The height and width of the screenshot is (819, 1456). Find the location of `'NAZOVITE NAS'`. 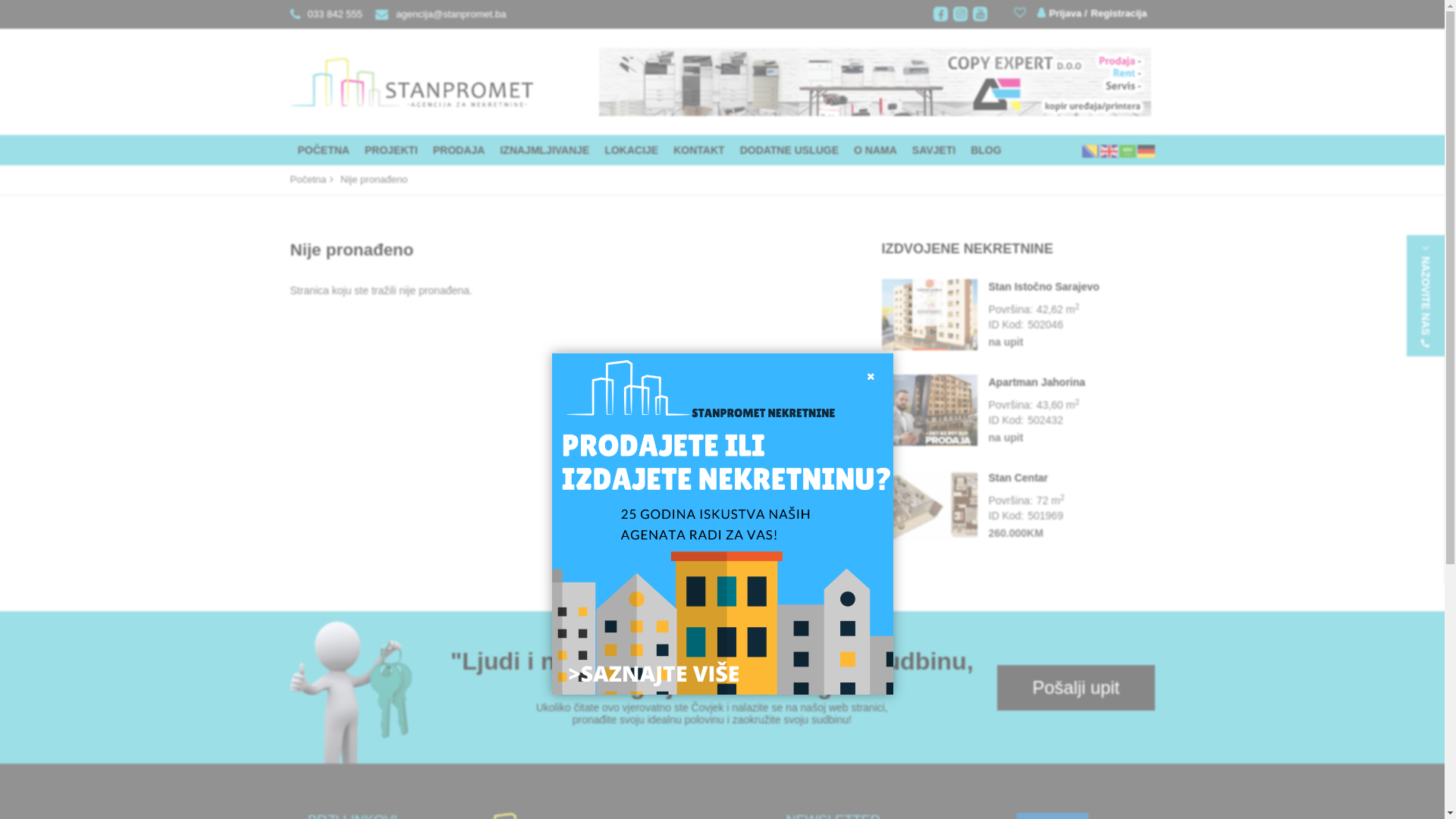

'NAZOVITE NAS' is located at coordinates (1425, 295).